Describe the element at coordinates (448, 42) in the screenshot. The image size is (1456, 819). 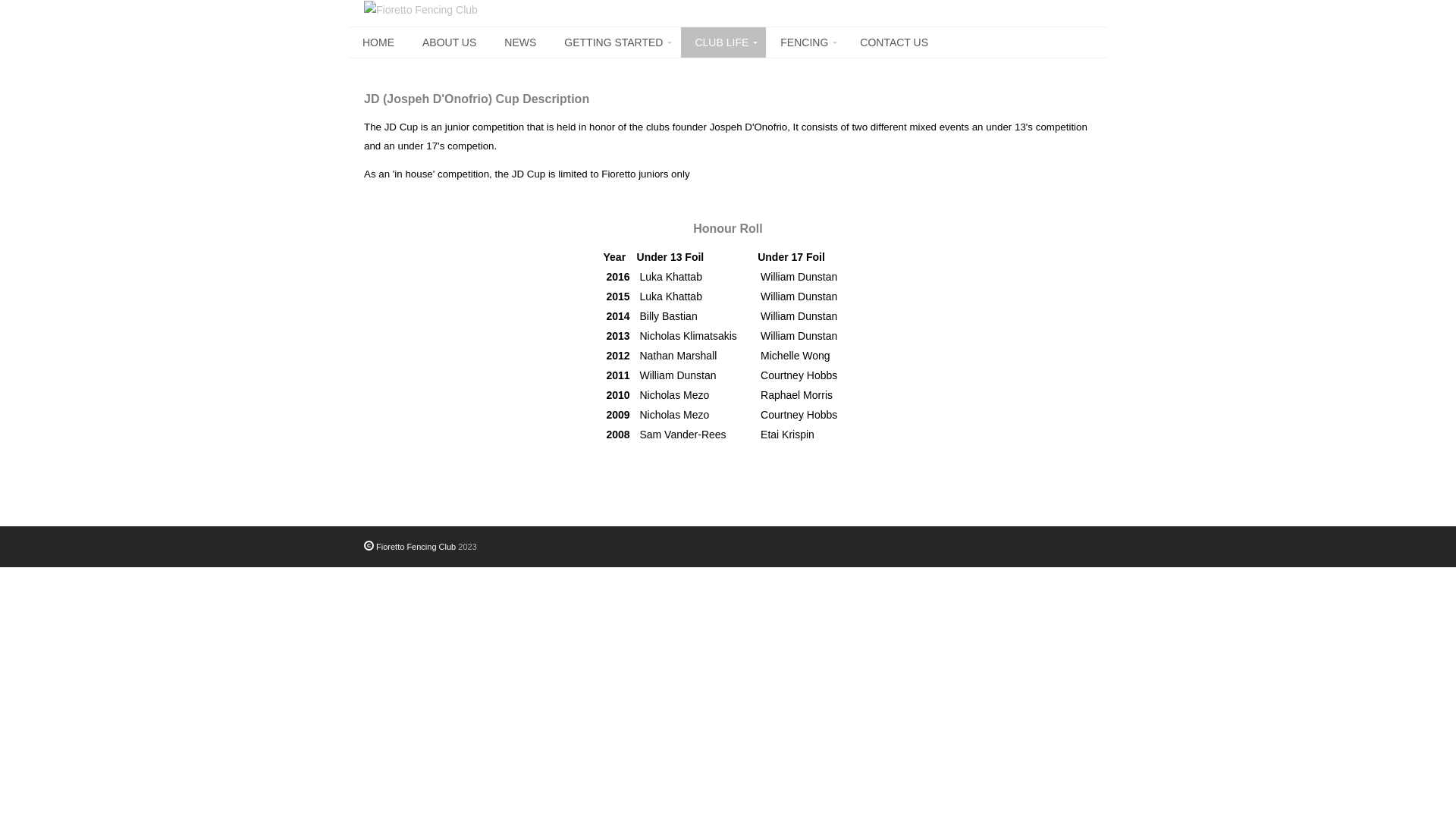
I see `'ABOUT US'` at that location.